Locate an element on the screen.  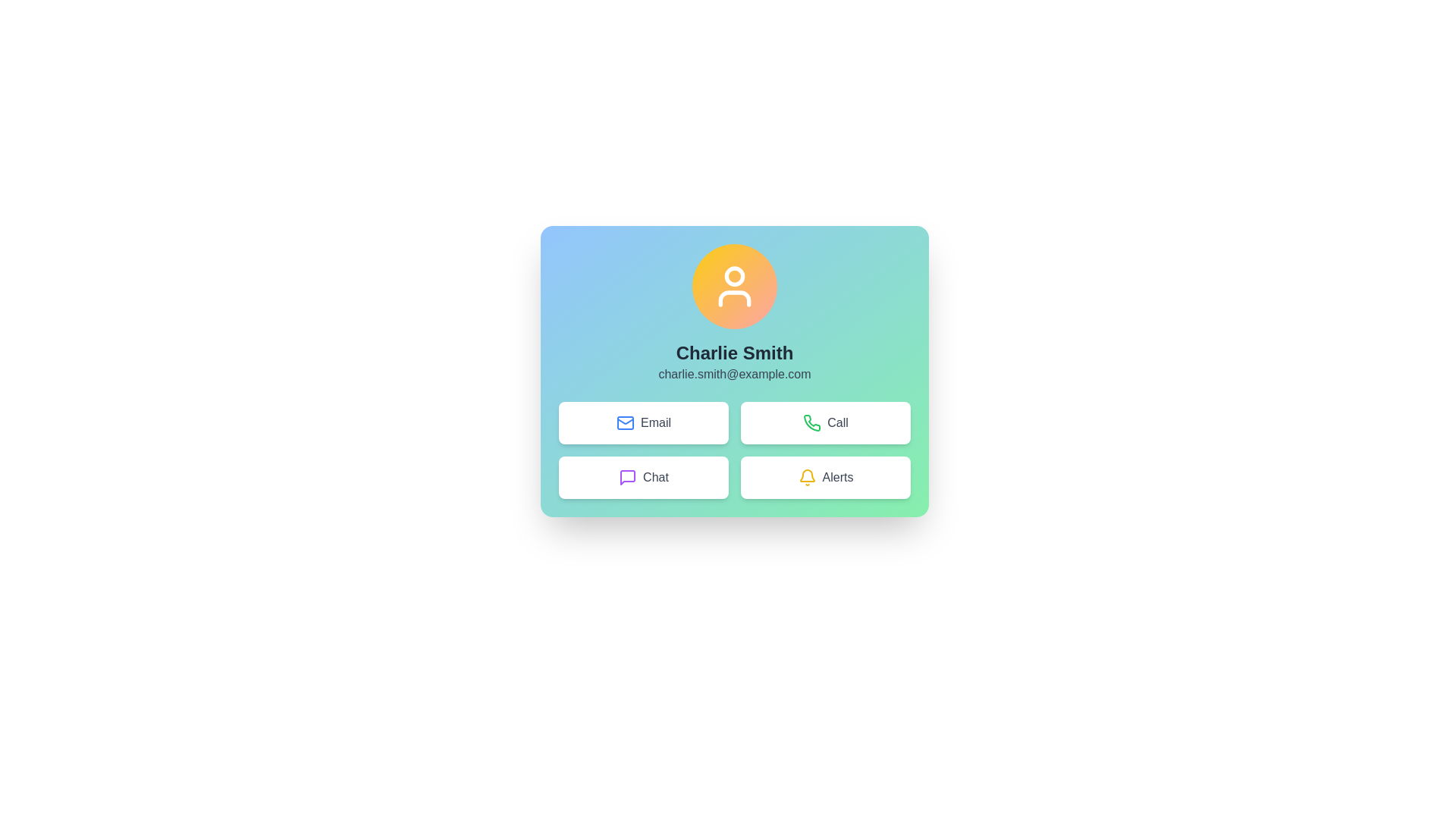
the email action icon located to the left of the 'Email' label within the top-left section of the grid is located at coordinates (626, 423).